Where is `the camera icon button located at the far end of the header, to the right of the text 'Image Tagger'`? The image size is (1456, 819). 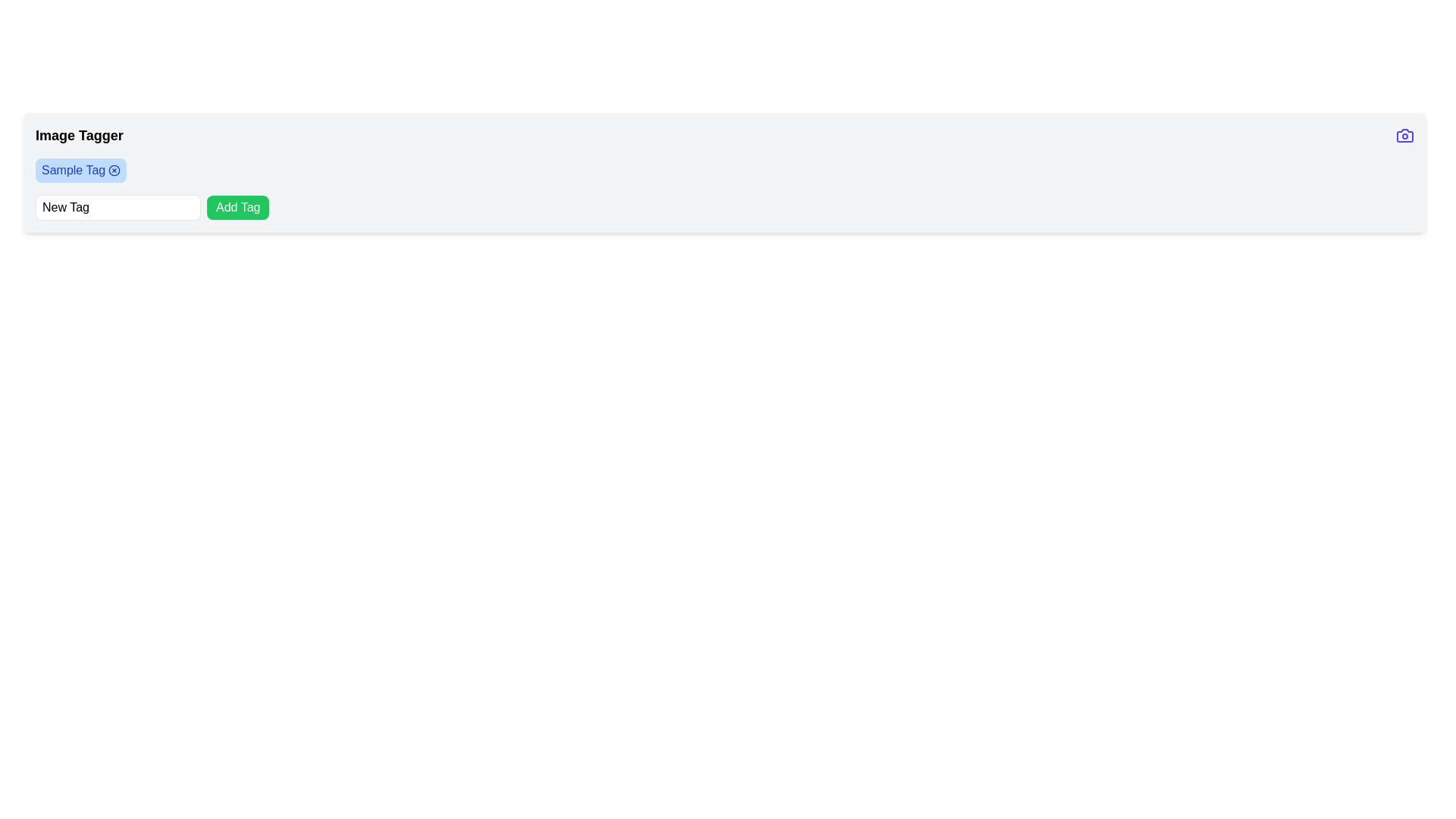
the camera icon button located at the far end of the header, to the right of the text 'Image Tagger' is located at coordinates (1404, 134).